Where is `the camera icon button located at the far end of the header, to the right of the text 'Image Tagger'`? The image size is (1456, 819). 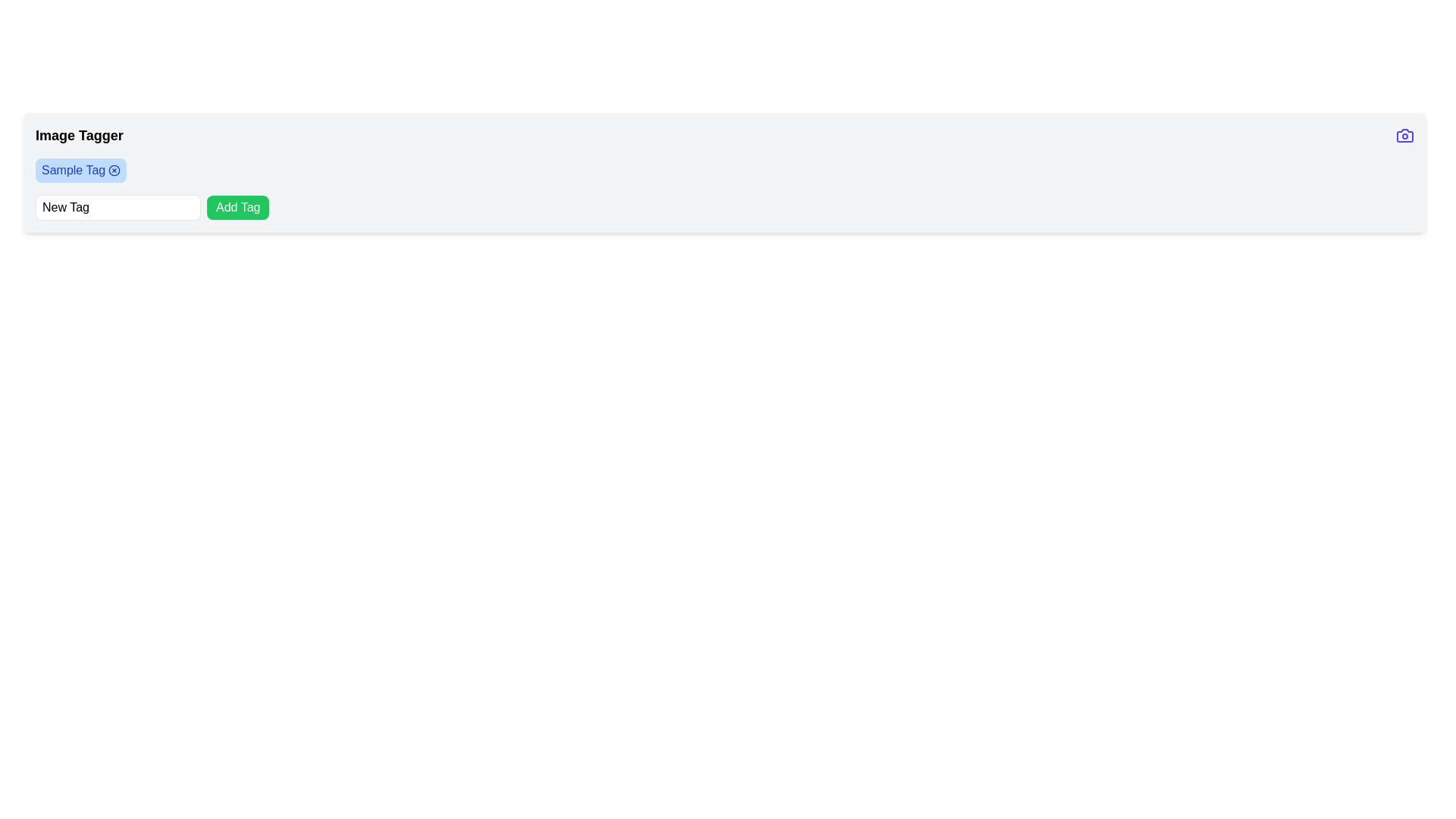
the camera icon button located at the far end of the header, to the right of the text 'Image Tagger' is located at coordinates (1404, 134).